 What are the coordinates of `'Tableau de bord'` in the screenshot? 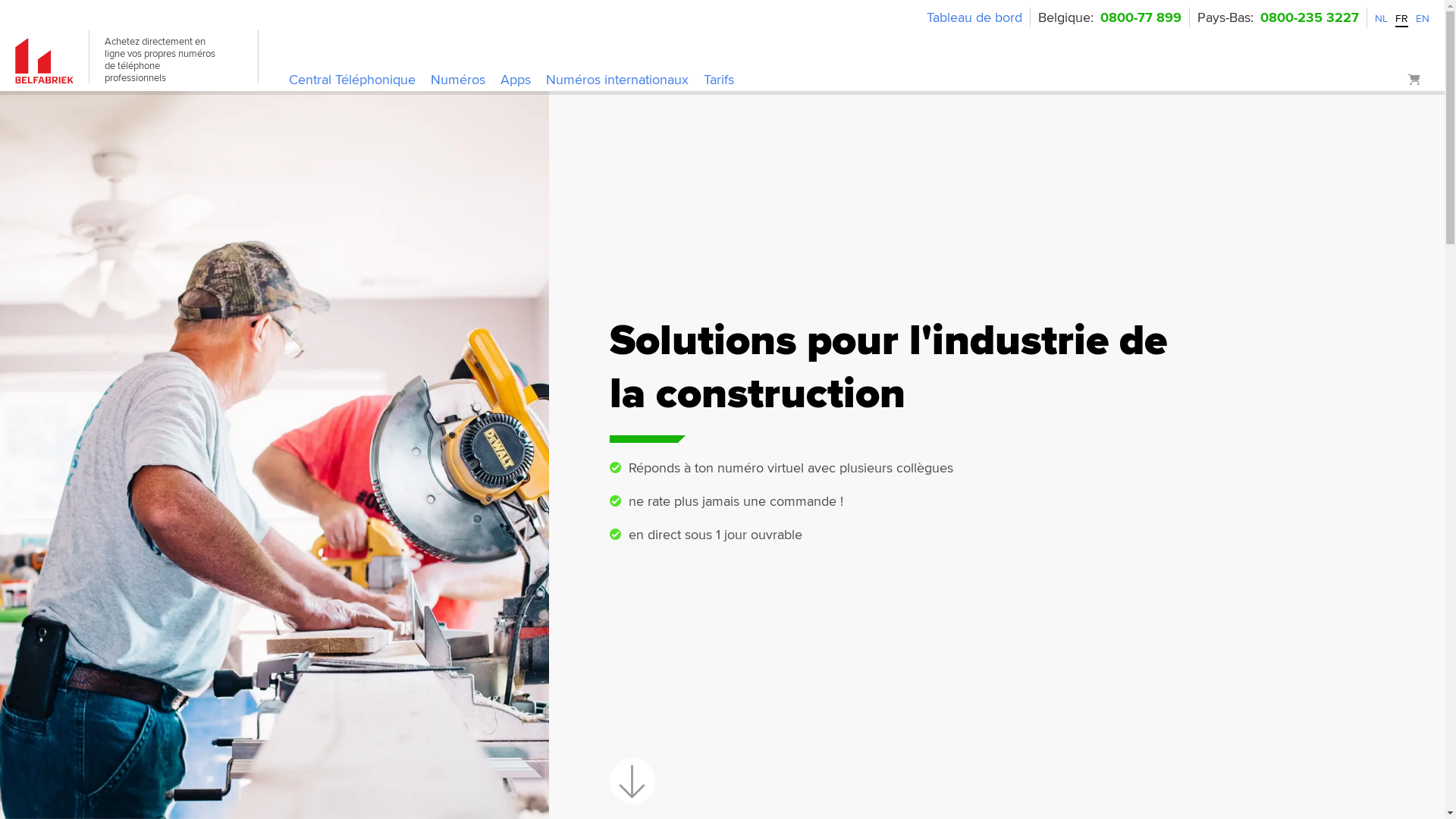 It's located at (974, 17).